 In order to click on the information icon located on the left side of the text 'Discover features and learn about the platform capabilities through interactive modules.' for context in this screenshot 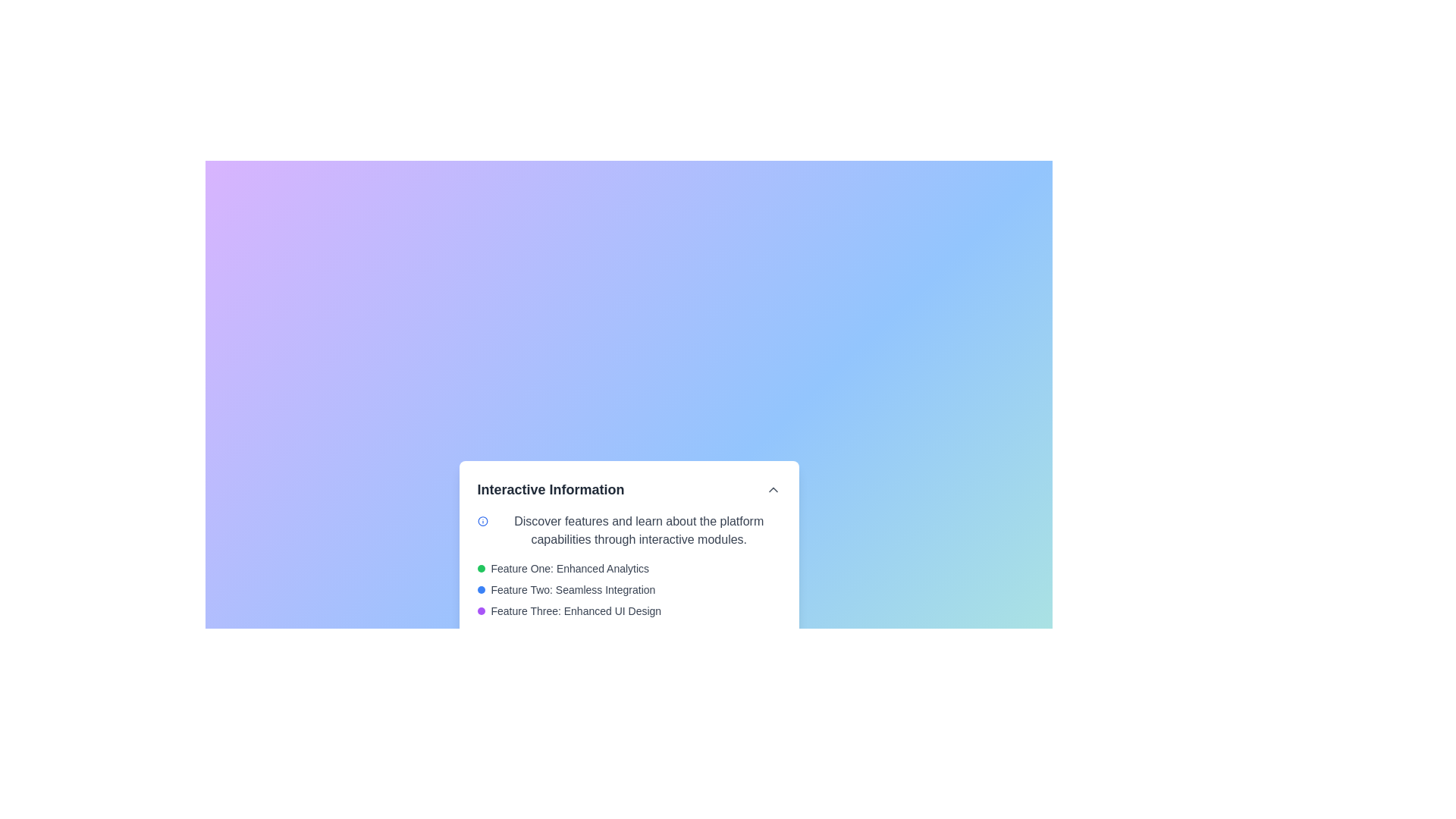, I will do `click(482, 520)`.